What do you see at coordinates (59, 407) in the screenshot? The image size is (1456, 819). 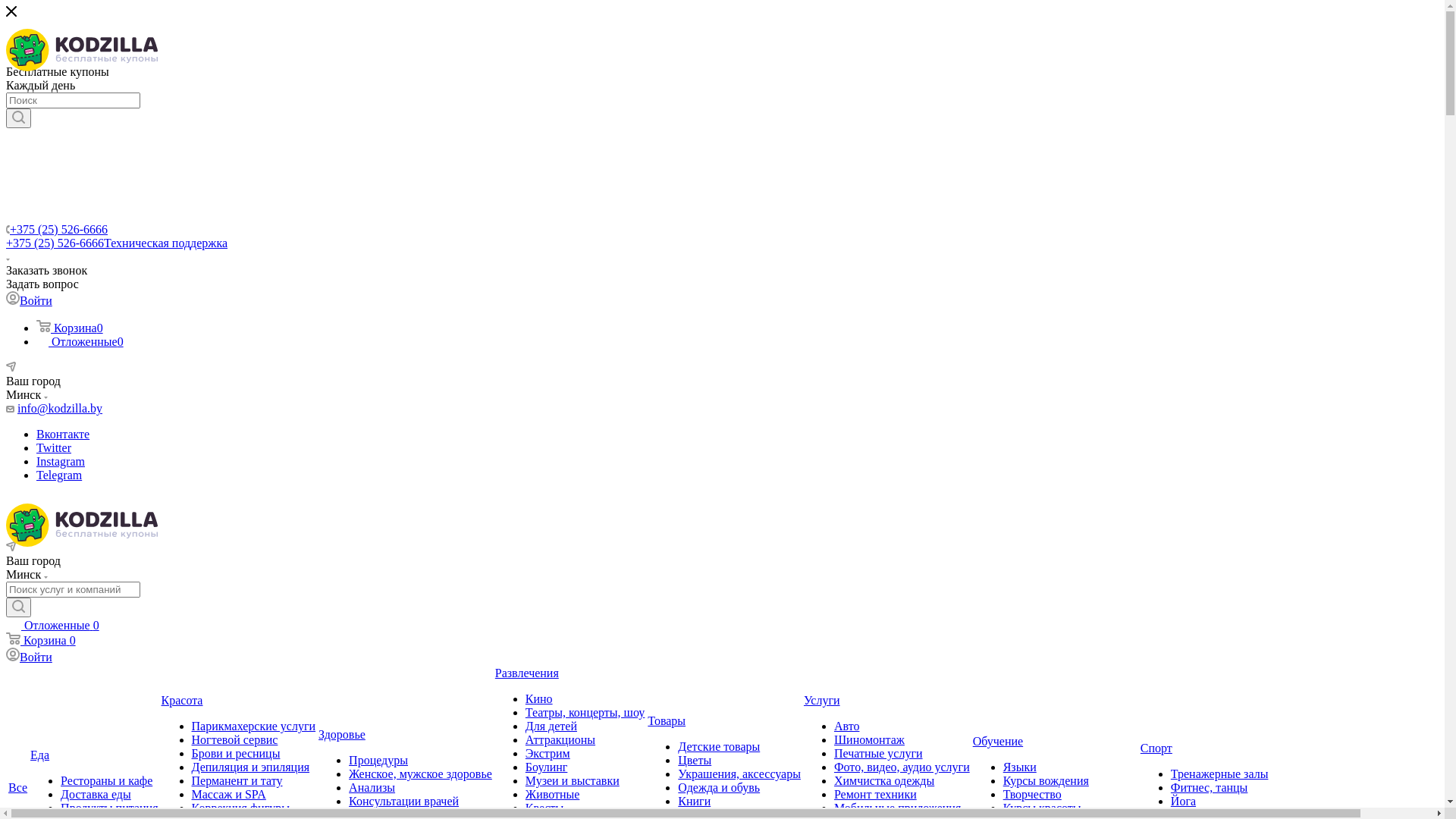 I see `'info@kodzilla.by'` at bounding box center [59, 407].